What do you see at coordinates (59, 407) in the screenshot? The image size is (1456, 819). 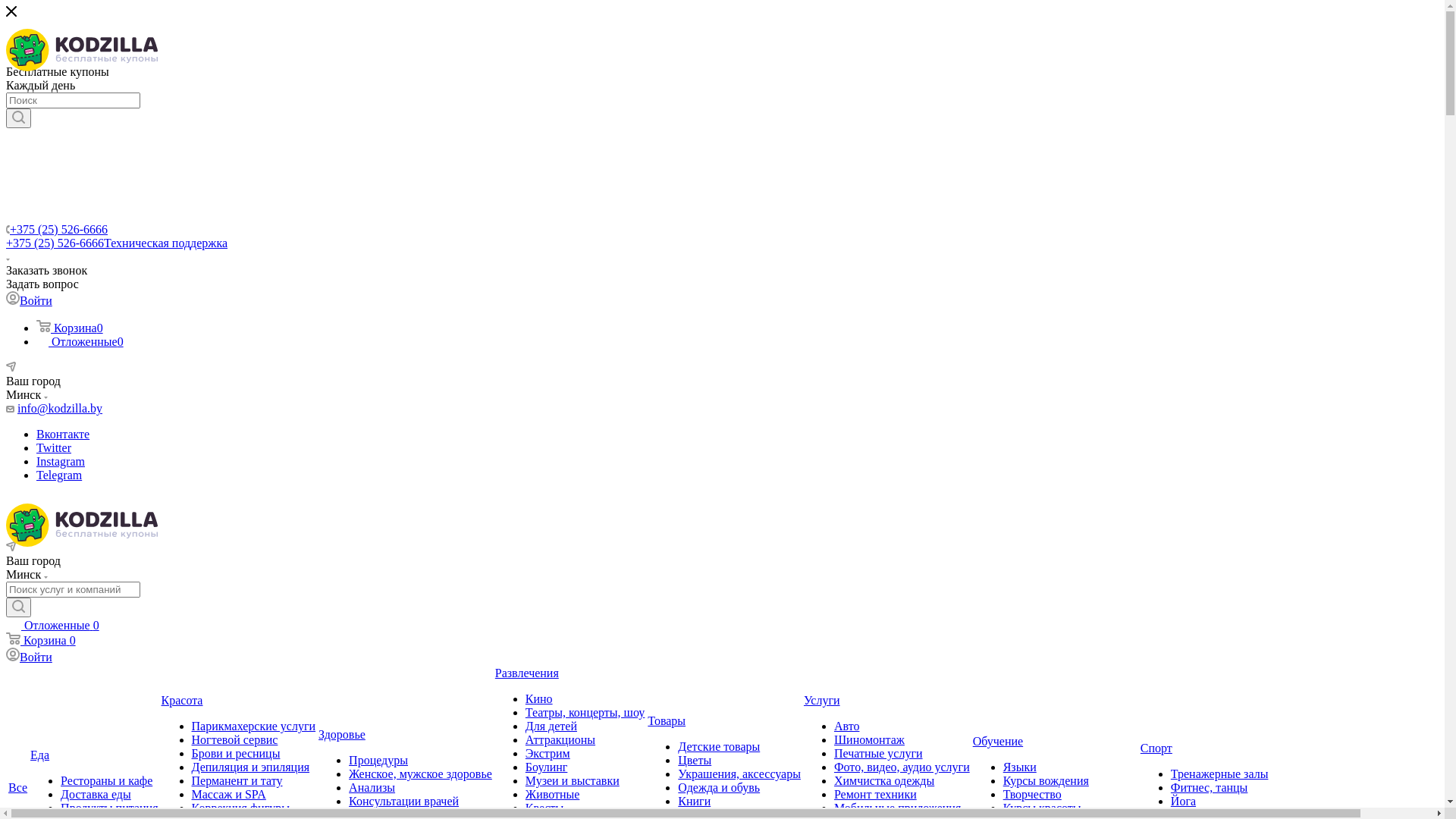 I see `'info@kodzilla.by'` at bounding box center [59, 407].